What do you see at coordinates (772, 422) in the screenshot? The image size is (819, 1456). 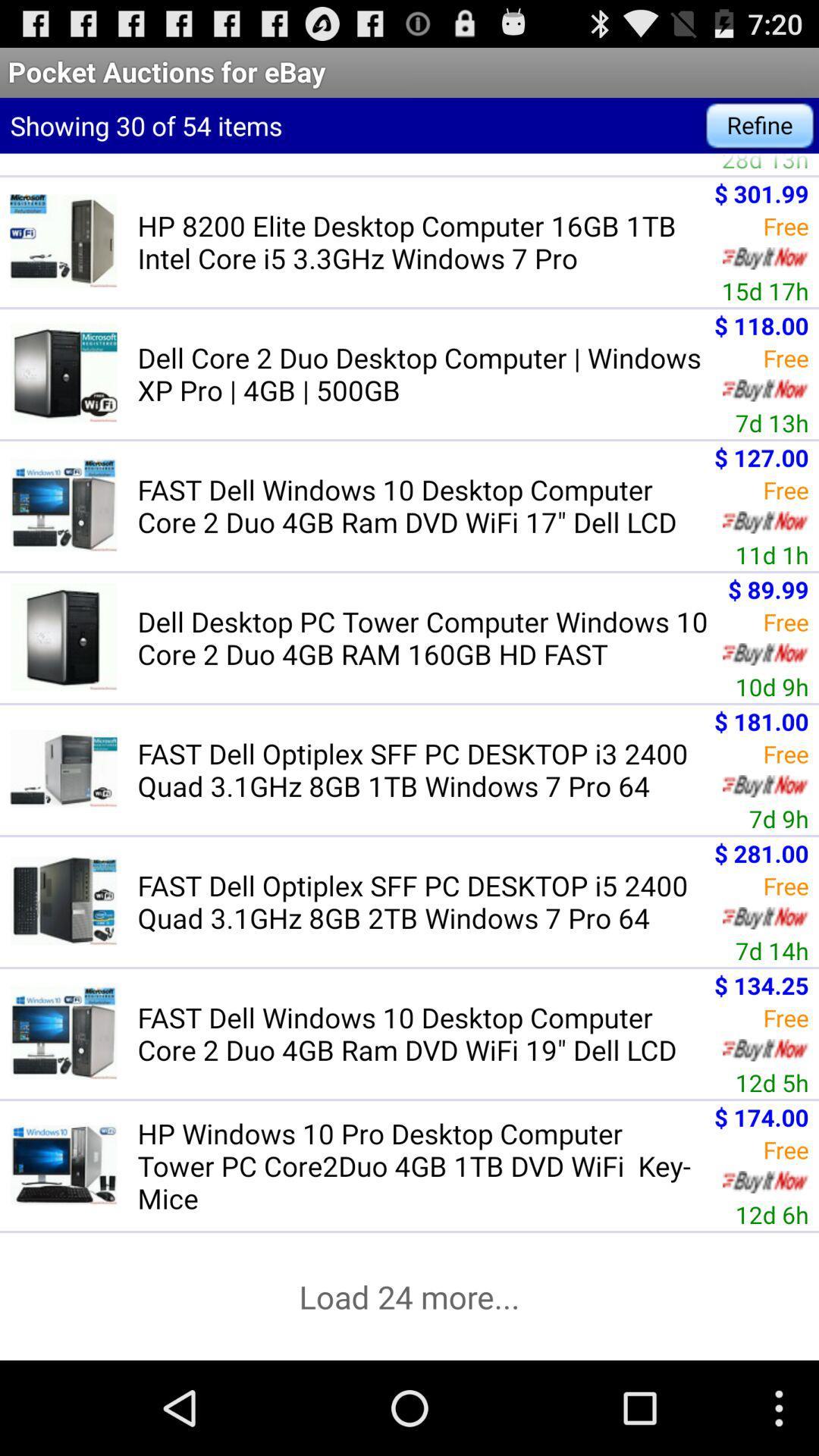 I see `icon to the right of dell core 2 icon` at bounding box center [772, 422].